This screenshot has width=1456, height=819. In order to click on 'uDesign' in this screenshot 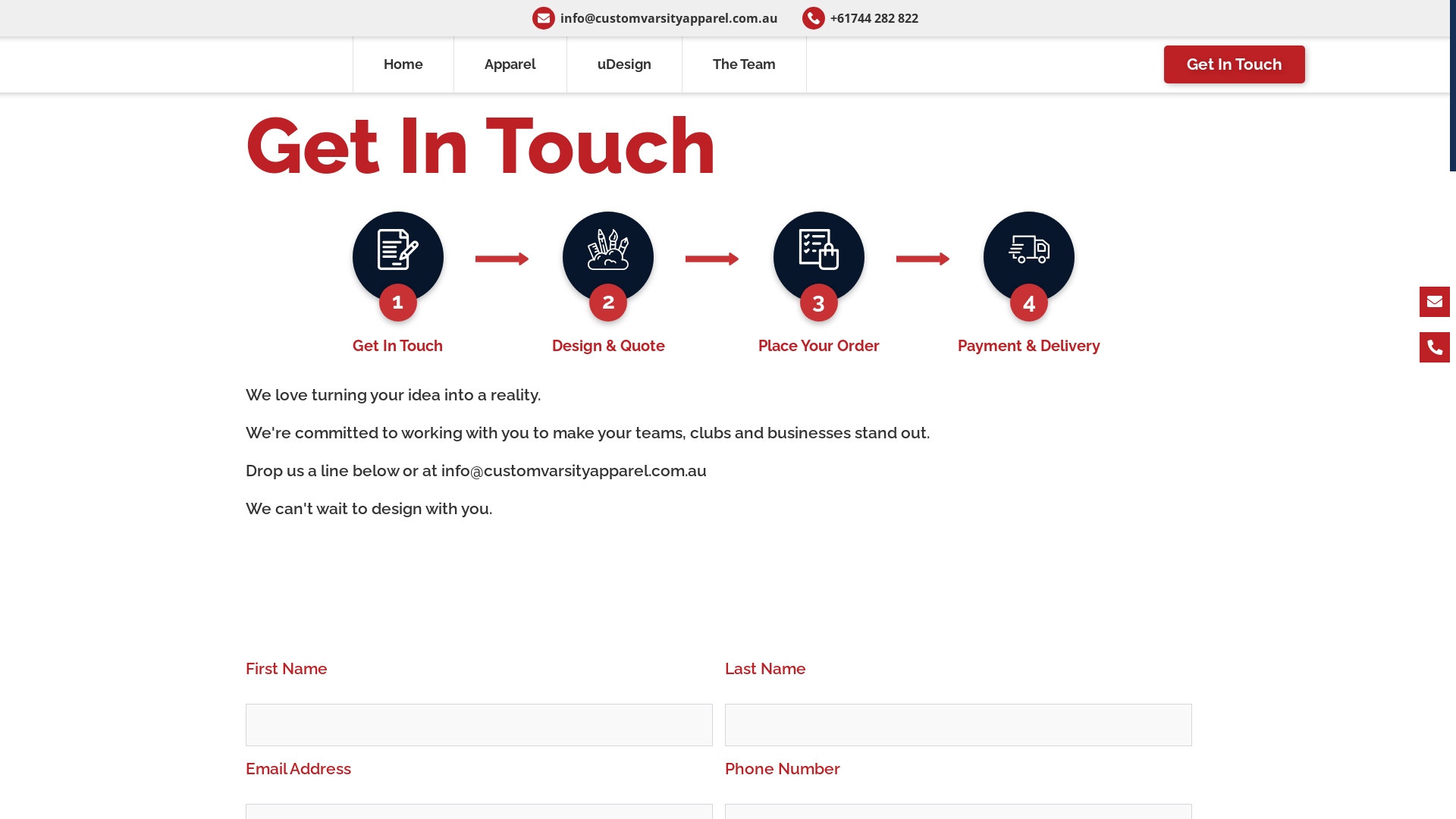, I will do `click(625, 63)`.